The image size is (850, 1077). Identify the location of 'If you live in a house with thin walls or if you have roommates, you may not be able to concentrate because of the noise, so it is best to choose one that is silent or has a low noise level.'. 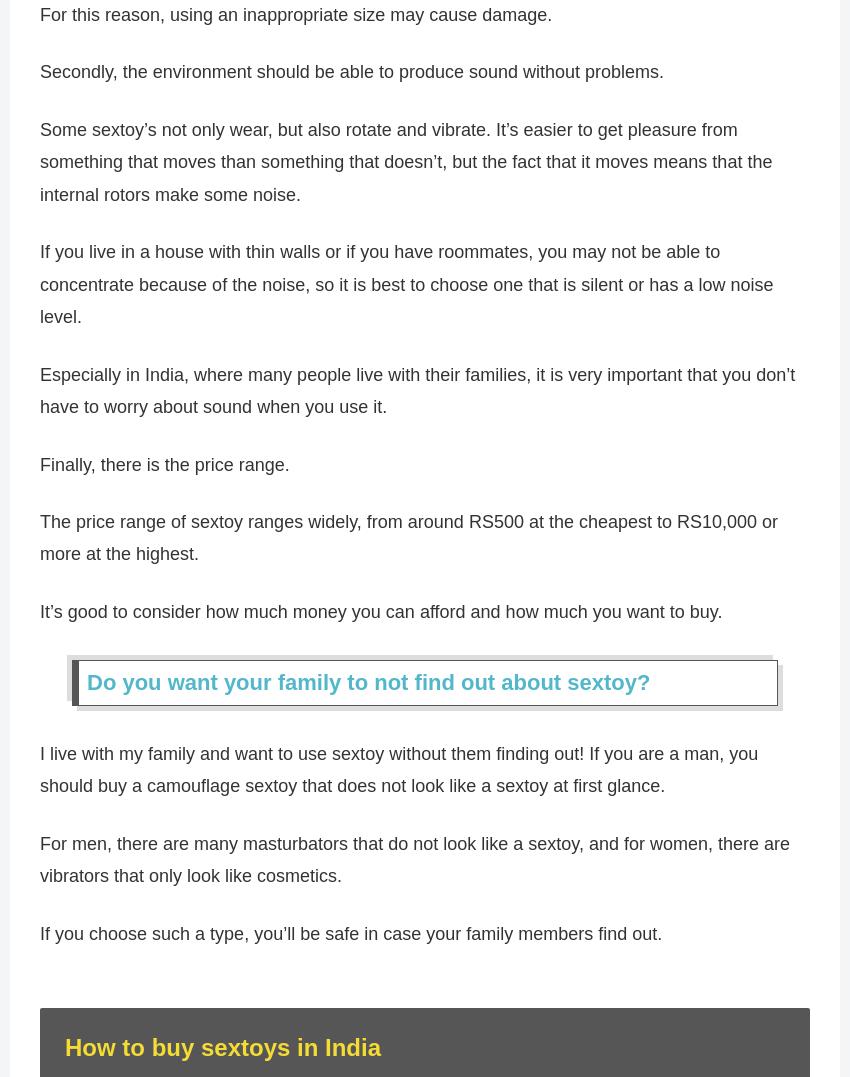
(406, 293).